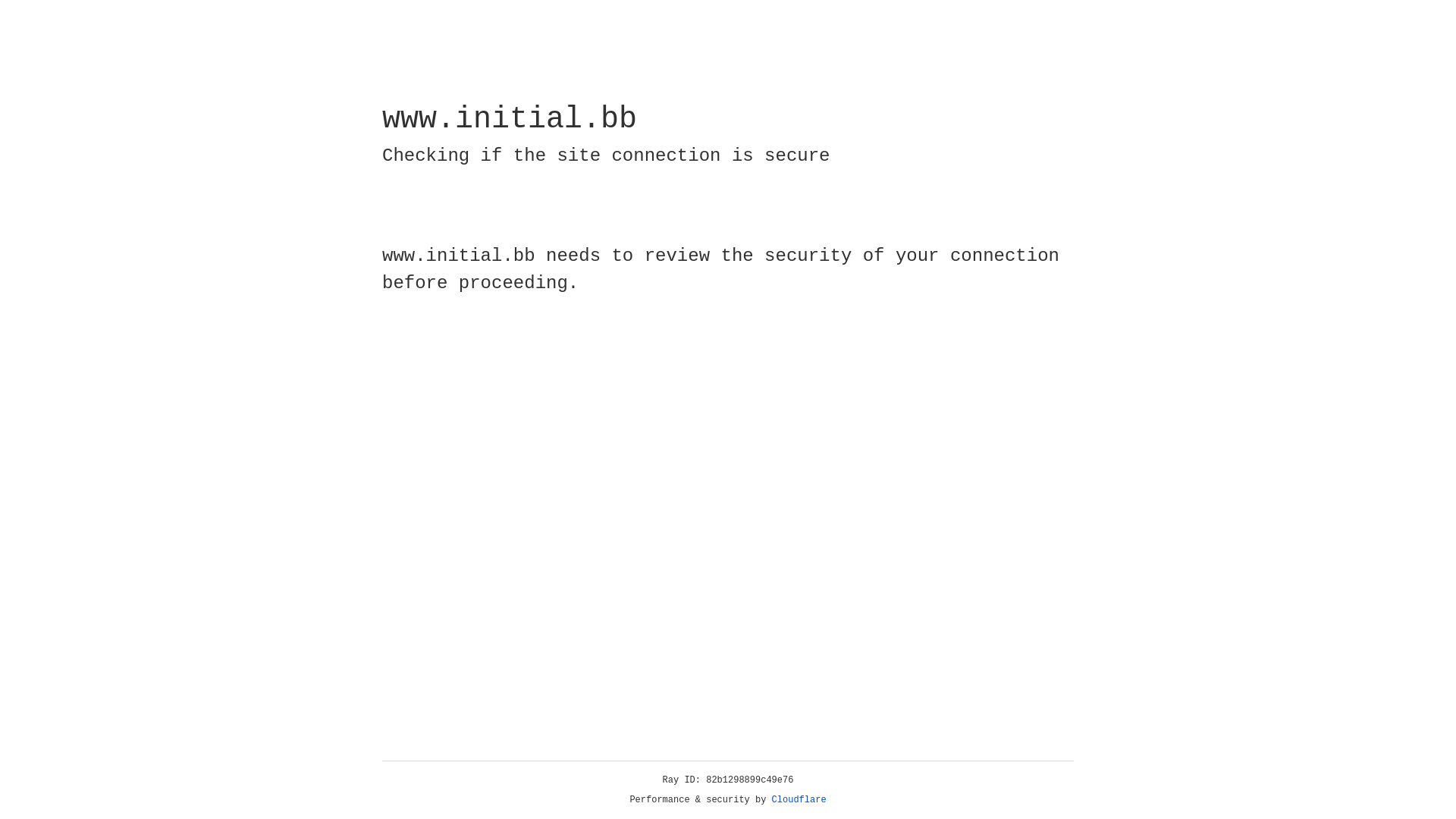  What do you see at coordinates (799, 799) in the screenshot?
I see `'Cloudflare'` at bounding box center [799, 799].